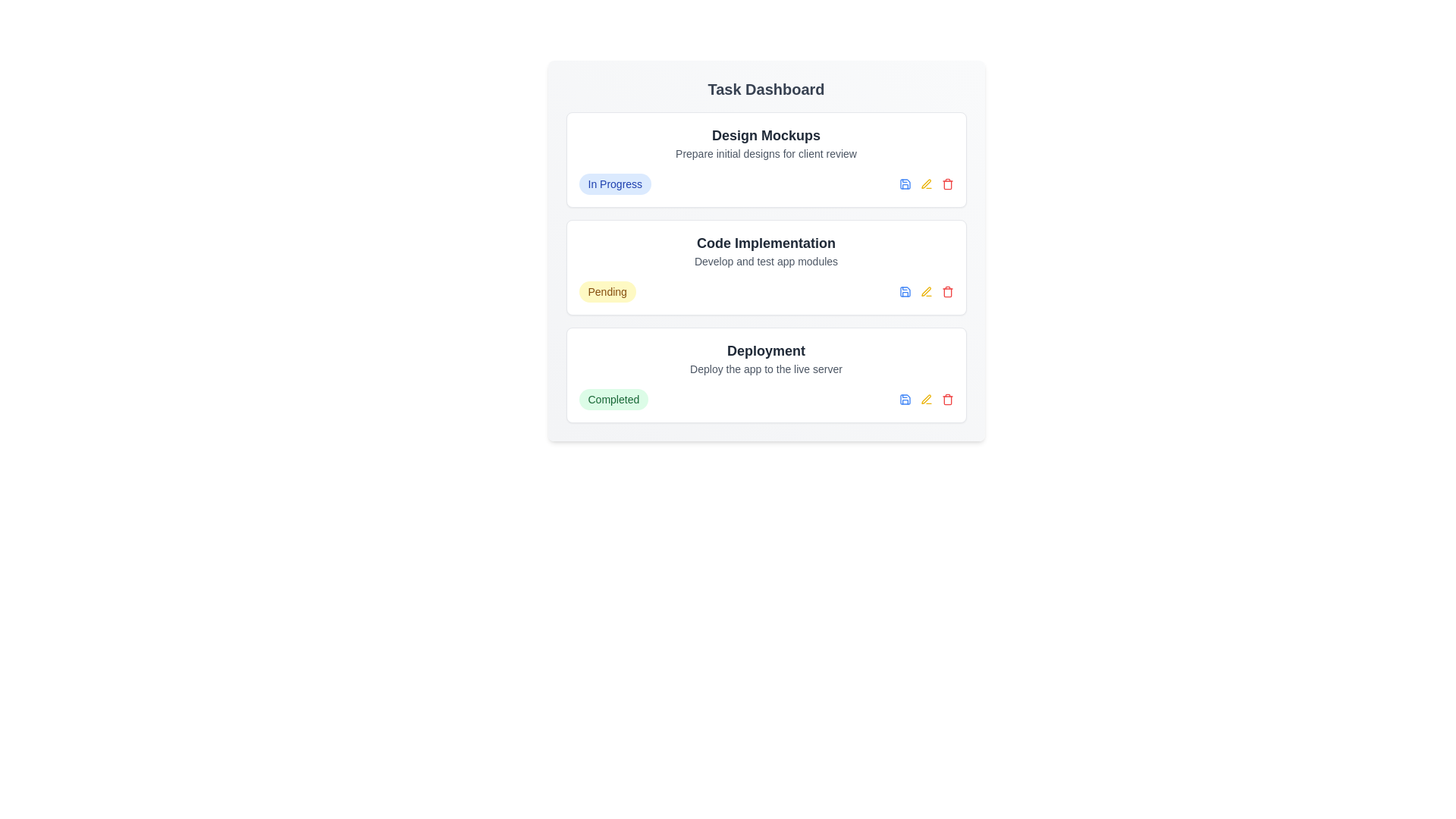 The image size is (1456, 819). What do you see at coordinates (925, 184) in the screenshot?
I see `the edit button for the task titled 'Design Mockups'` at bounding box center [925, 184].